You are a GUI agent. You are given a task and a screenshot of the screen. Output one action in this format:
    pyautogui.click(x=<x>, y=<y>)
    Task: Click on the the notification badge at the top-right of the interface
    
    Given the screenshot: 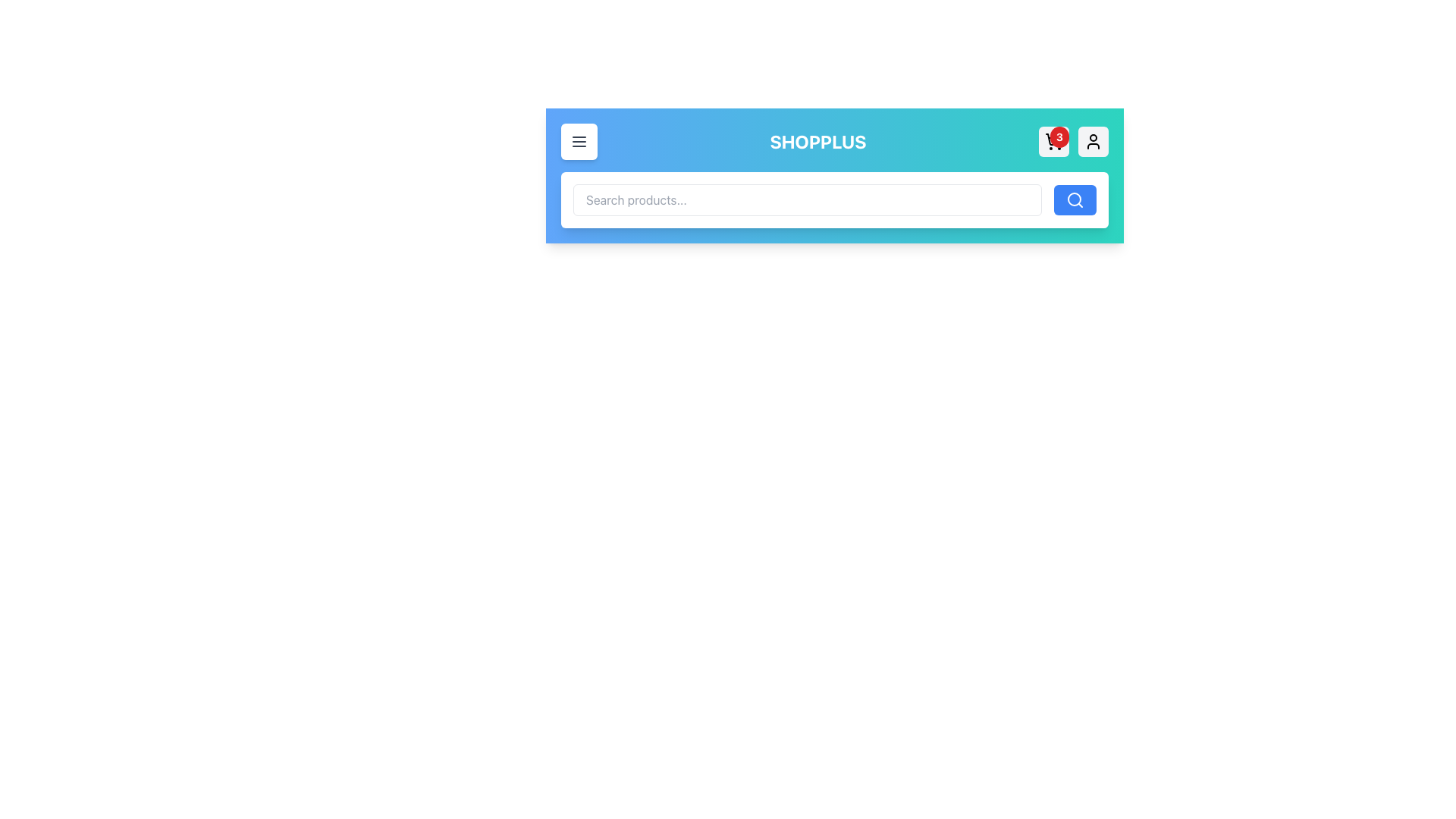 What is the action you would take?
    pyautogui.click(x=1053, y=141)
    